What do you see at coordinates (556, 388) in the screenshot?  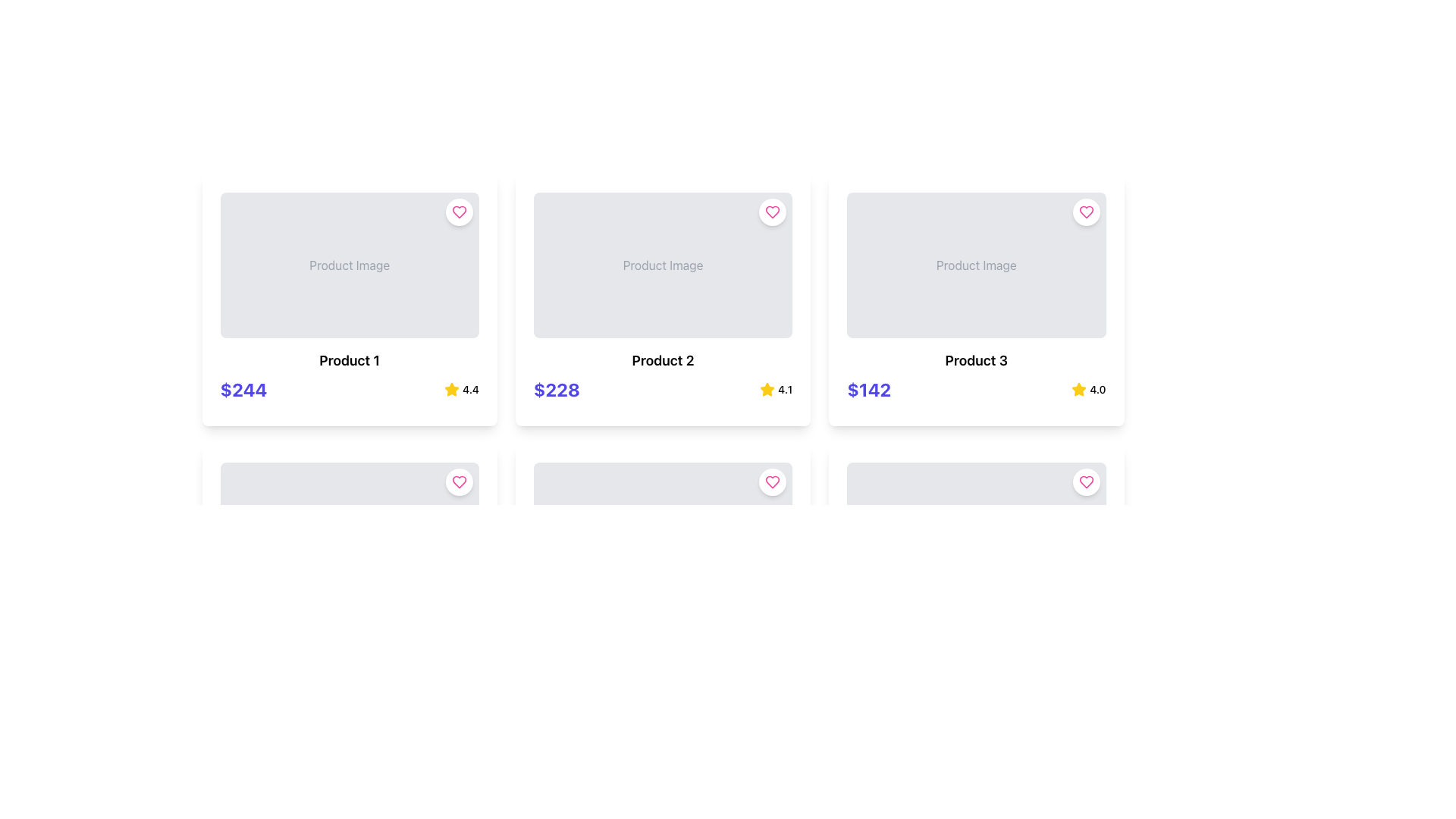 I see `text content of the label displaying the price for 'Product 2', which is located in the lower-left quadrant of the card, directly below the product image and title` at bounding box center [556, 388].